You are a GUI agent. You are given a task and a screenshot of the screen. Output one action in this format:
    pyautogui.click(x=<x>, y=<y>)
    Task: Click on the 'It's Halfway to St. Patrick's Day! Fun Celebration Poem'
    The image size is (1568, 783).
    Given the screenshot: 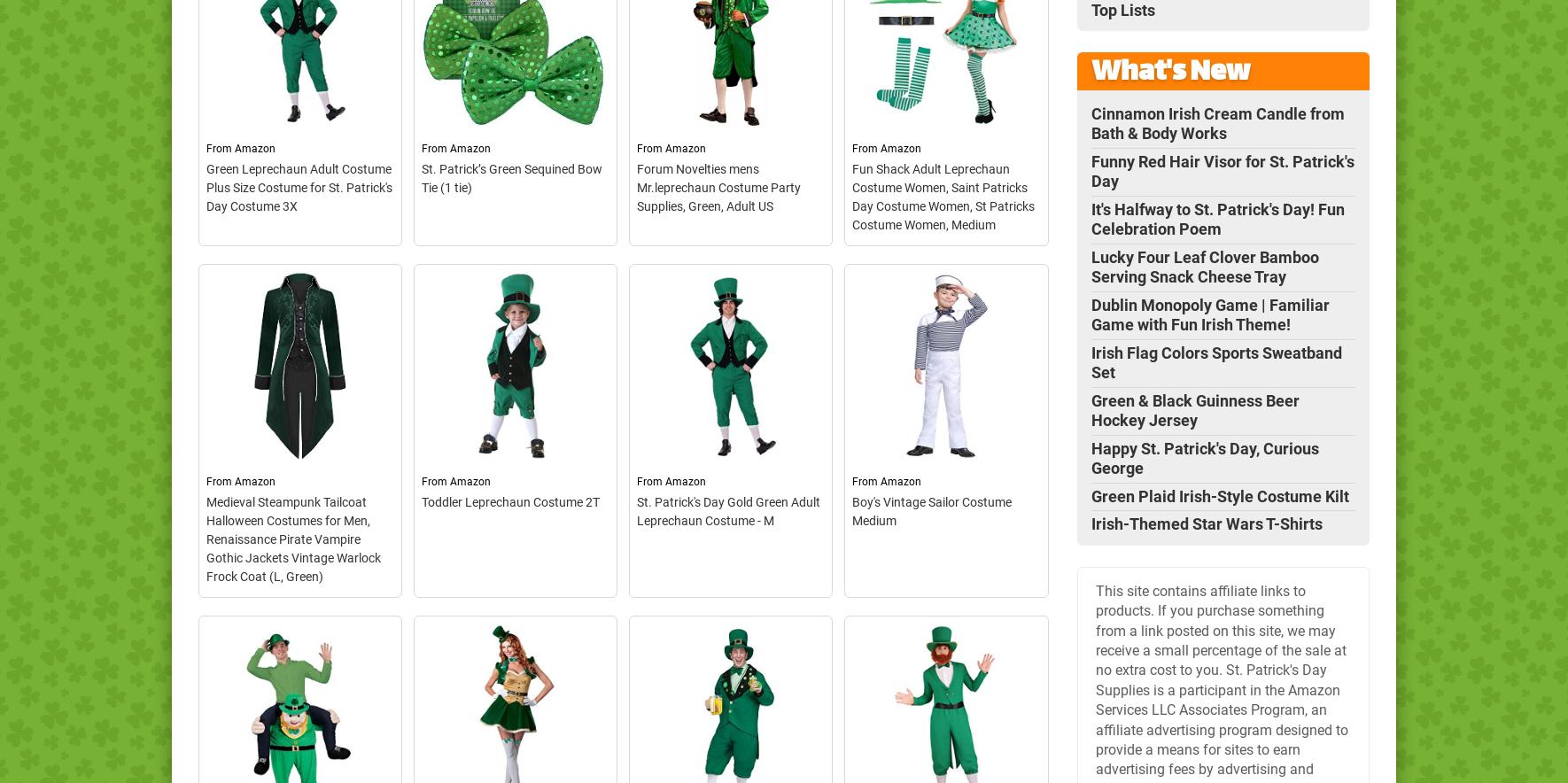 What is the action you would take?
    pyautogui.click(x=1217, y=218)
    